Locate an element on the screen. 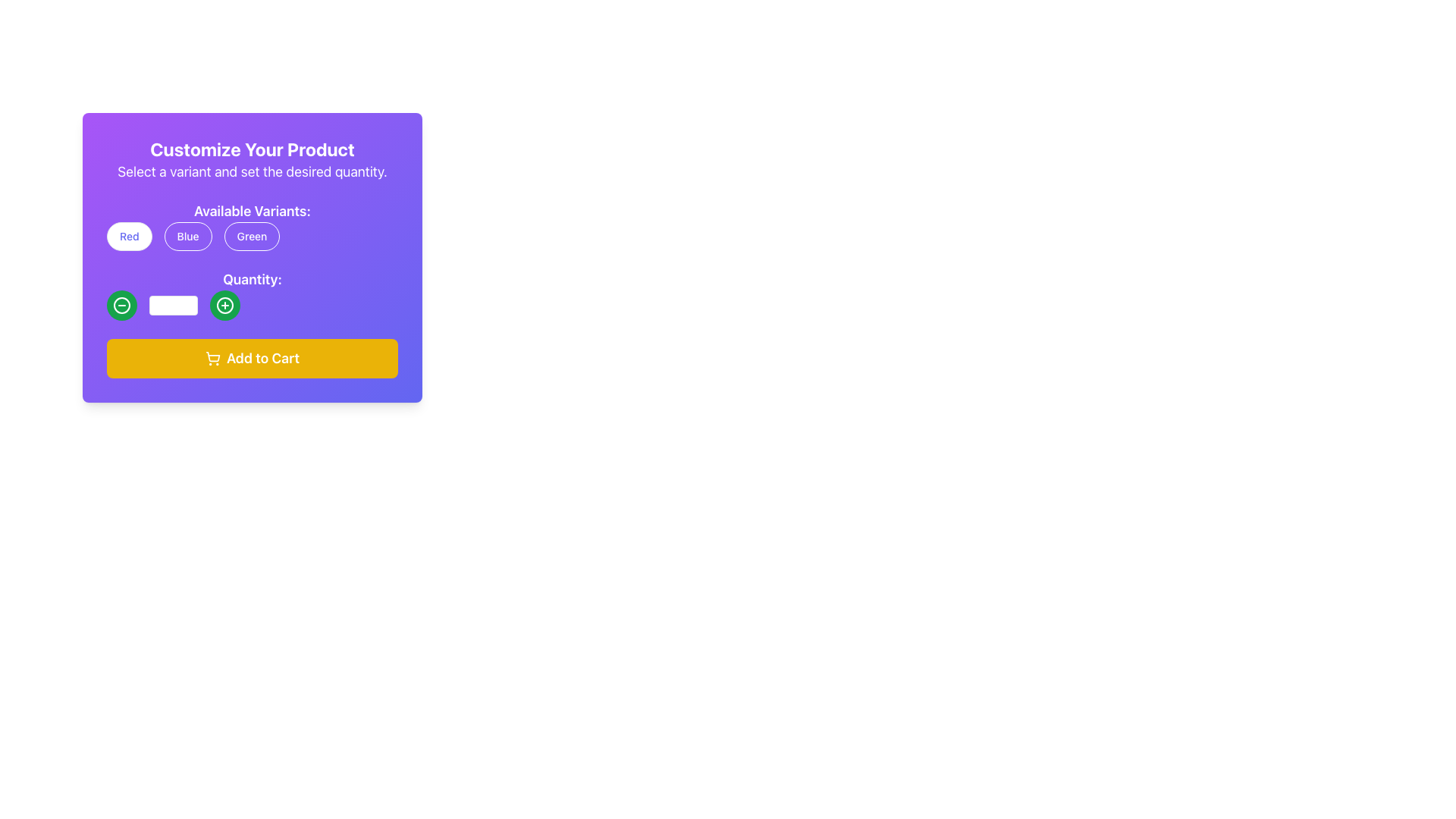 This screenshot has width=1456, height=819. the yellow rectangular button with rounded corners labeled 'Add to Cart' is located at coordinates (252, 359).